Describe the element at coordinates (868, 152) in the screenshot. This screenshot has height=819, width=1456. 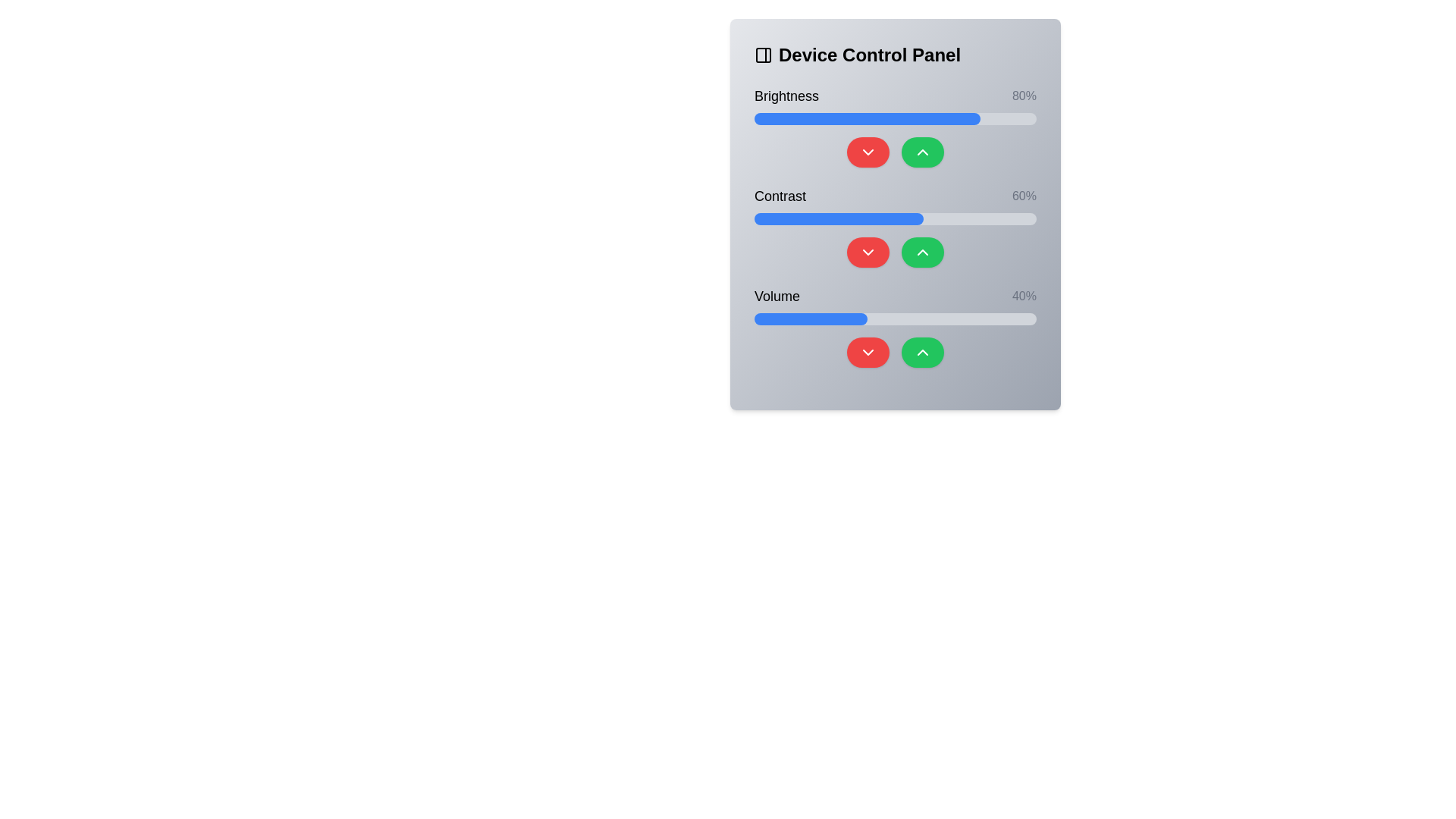
I see `the chevron icon embedded in the circular button` at that location.